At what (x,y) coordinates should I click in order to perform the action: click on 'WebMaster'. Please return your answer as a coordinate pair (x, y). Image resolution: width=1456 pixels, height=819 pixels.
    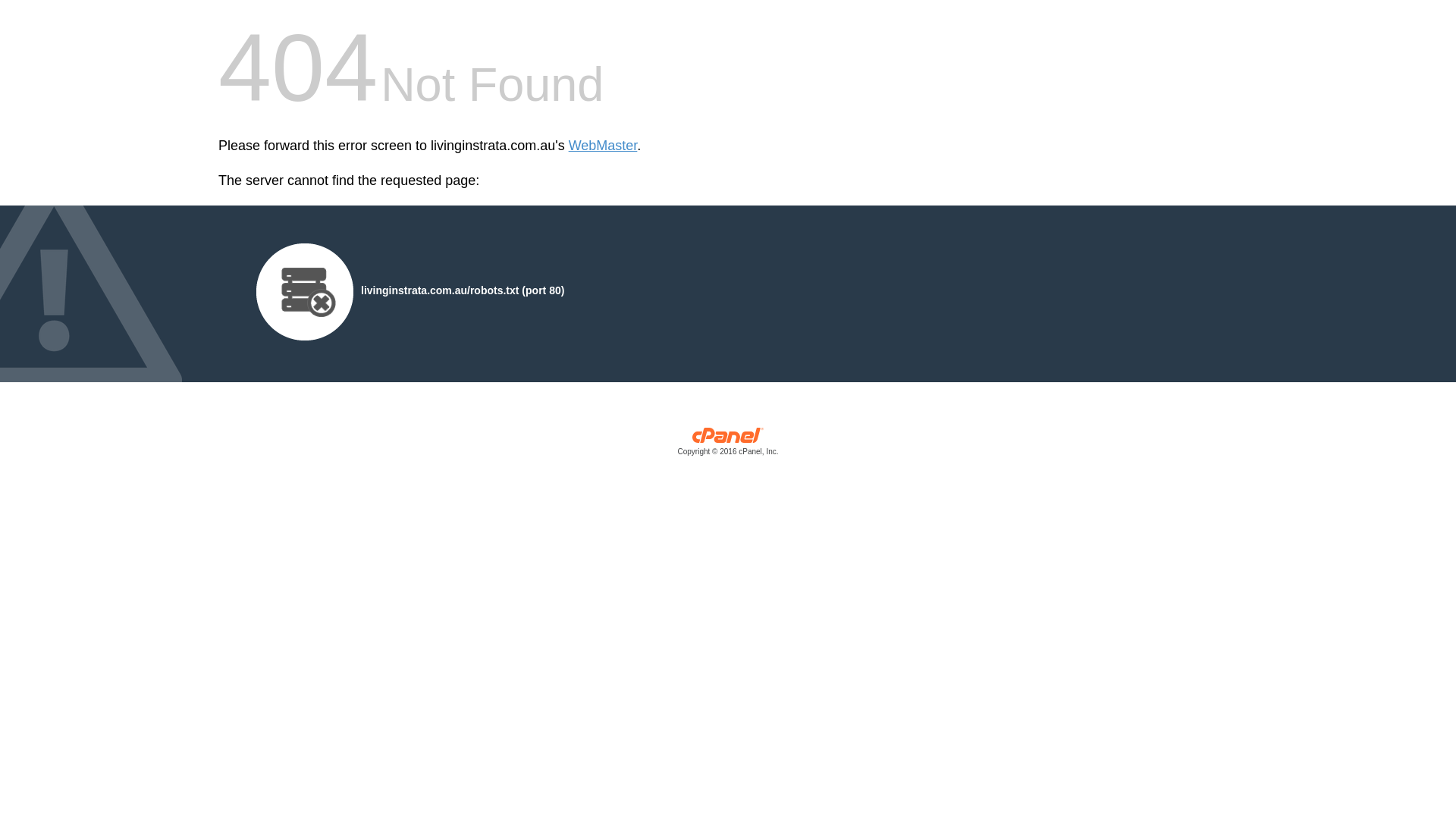
    Looking at the image, I should click on (567, 146).